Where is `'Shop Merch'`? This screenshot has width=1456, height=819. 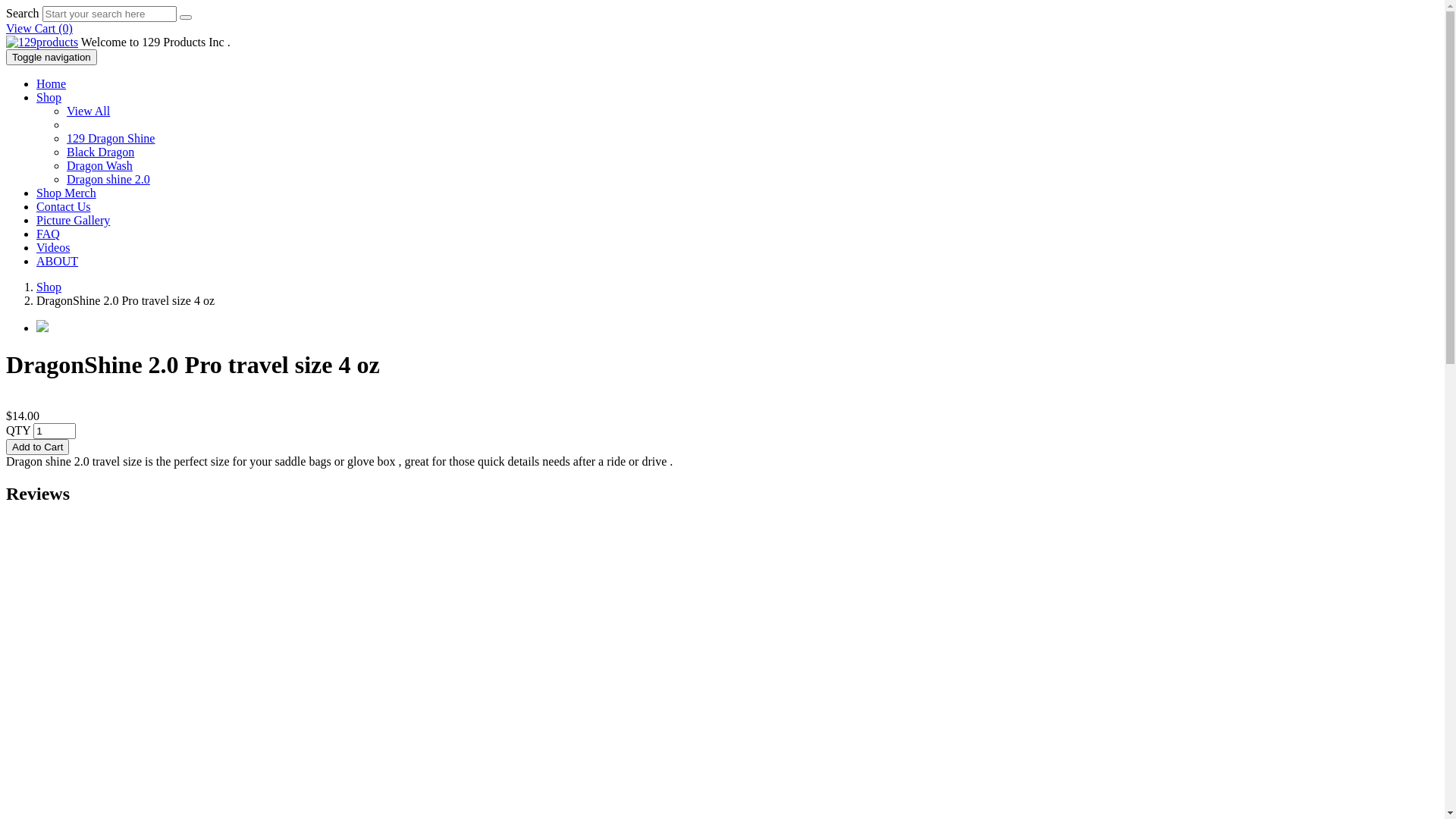 'Shop Merch' is located at coordinates (65, 192).